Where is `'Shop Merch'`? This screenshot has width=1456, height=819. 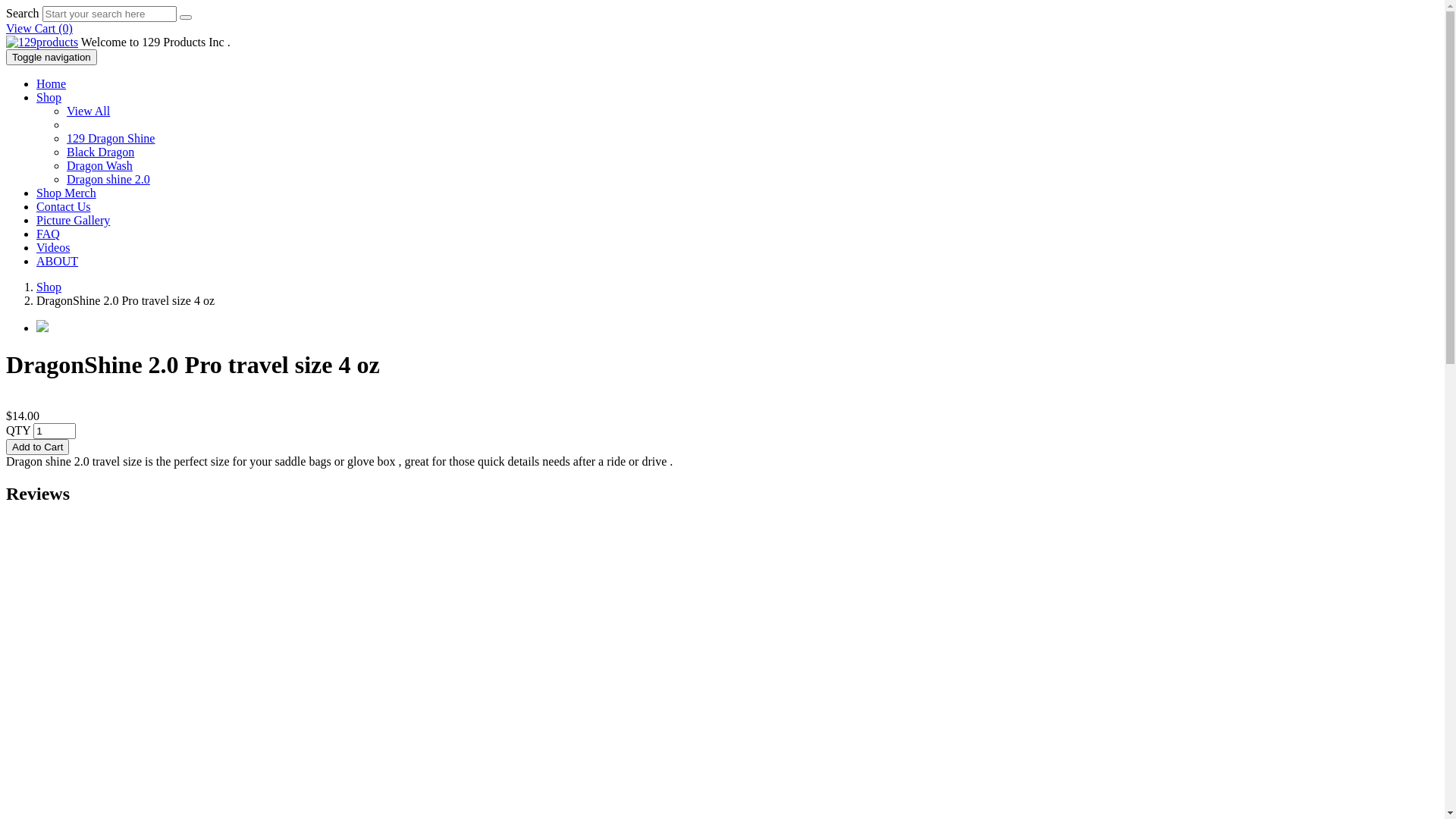 'Shop Merch' is located at coordinates (65, 192).